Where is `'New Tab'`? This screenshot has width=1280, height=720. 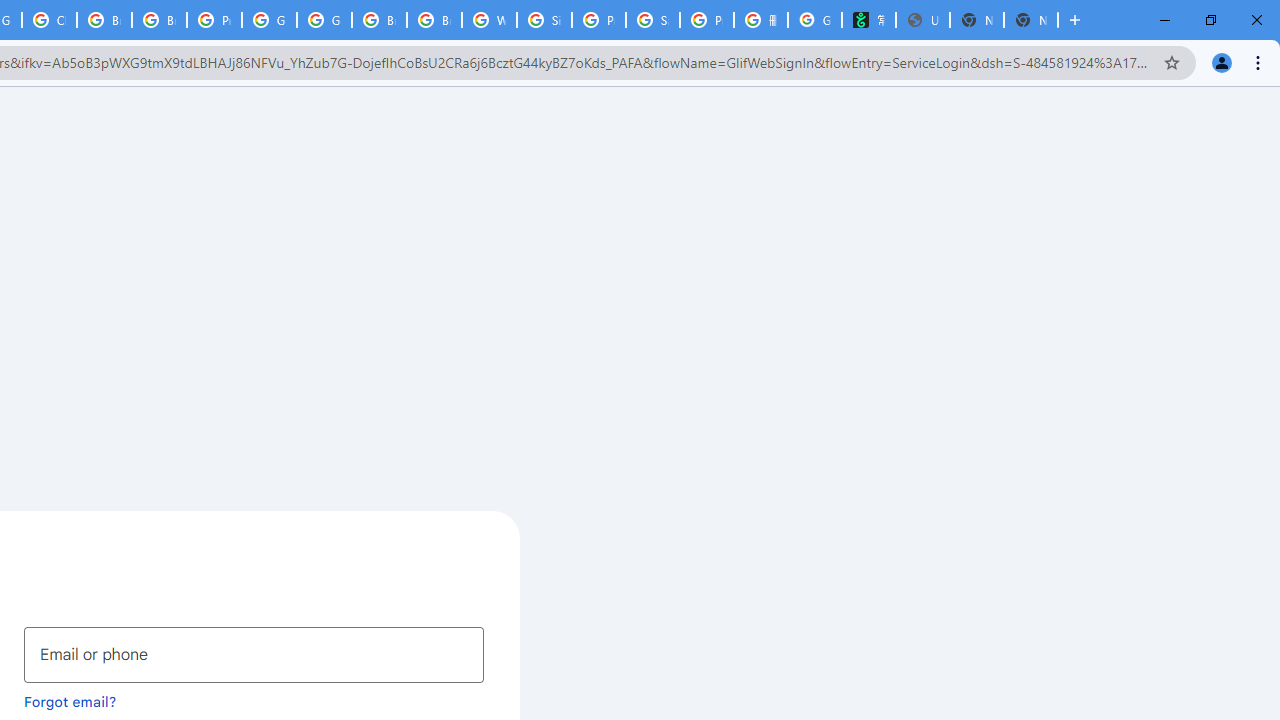
'New Tab' is located at coordinates (1031, 20).